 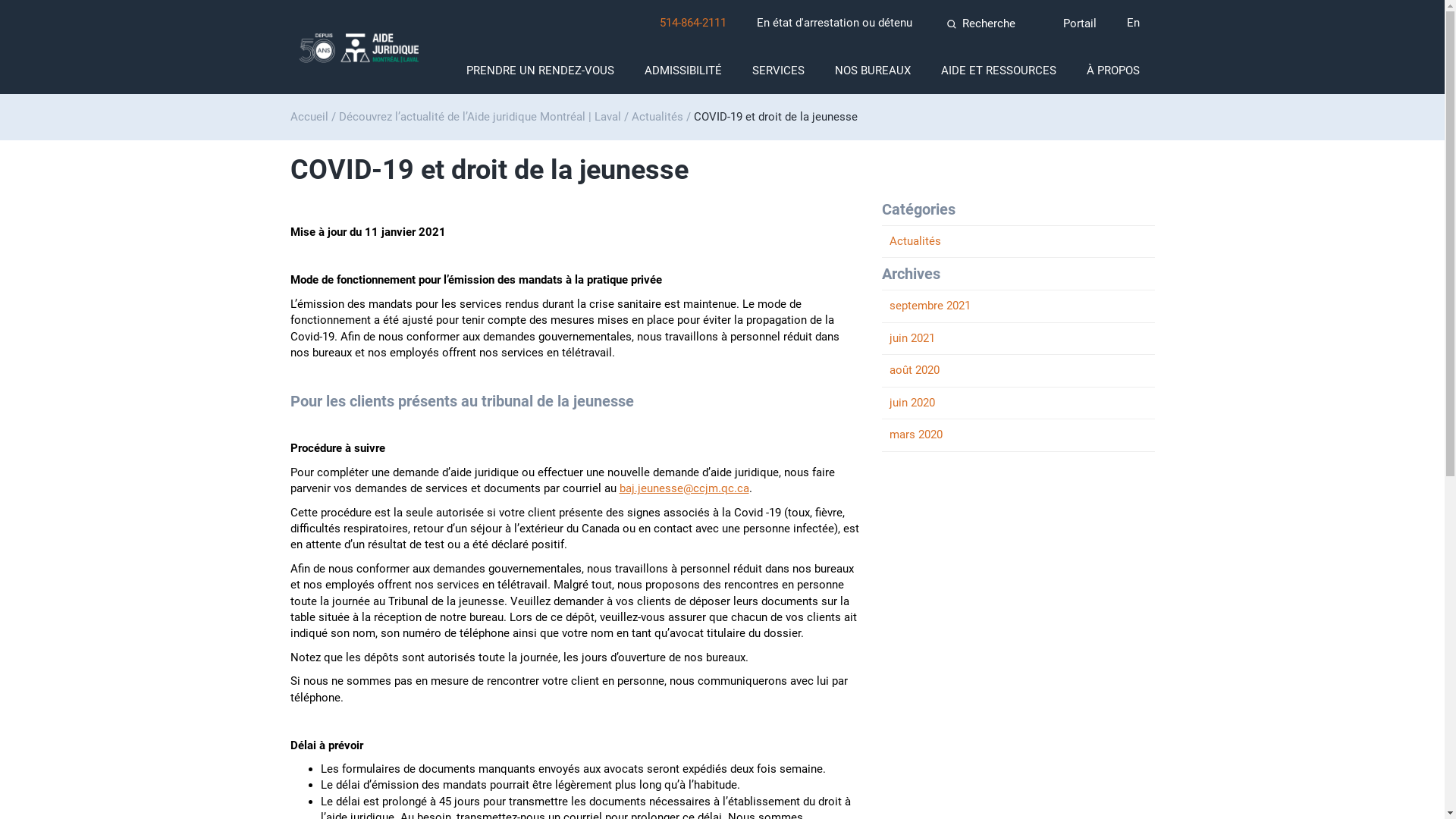 What do you see at coordinates (1018, 337) in the screenshot?
I see `'juin 2021'` at bounding box center [1018, 337].